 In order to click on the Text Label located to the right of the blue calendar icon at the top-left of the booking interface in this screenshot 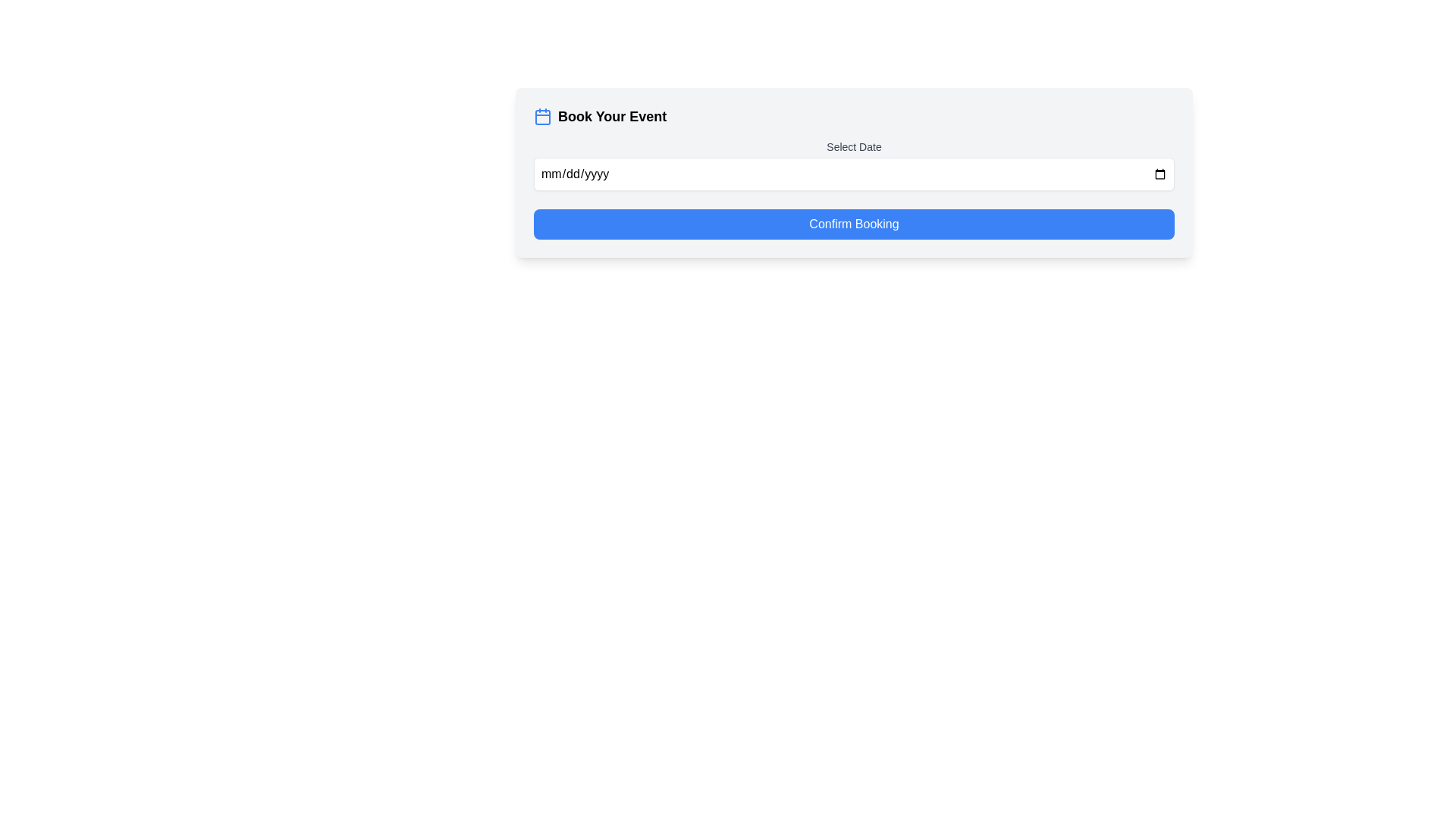, I will do `click(612, 116)`.